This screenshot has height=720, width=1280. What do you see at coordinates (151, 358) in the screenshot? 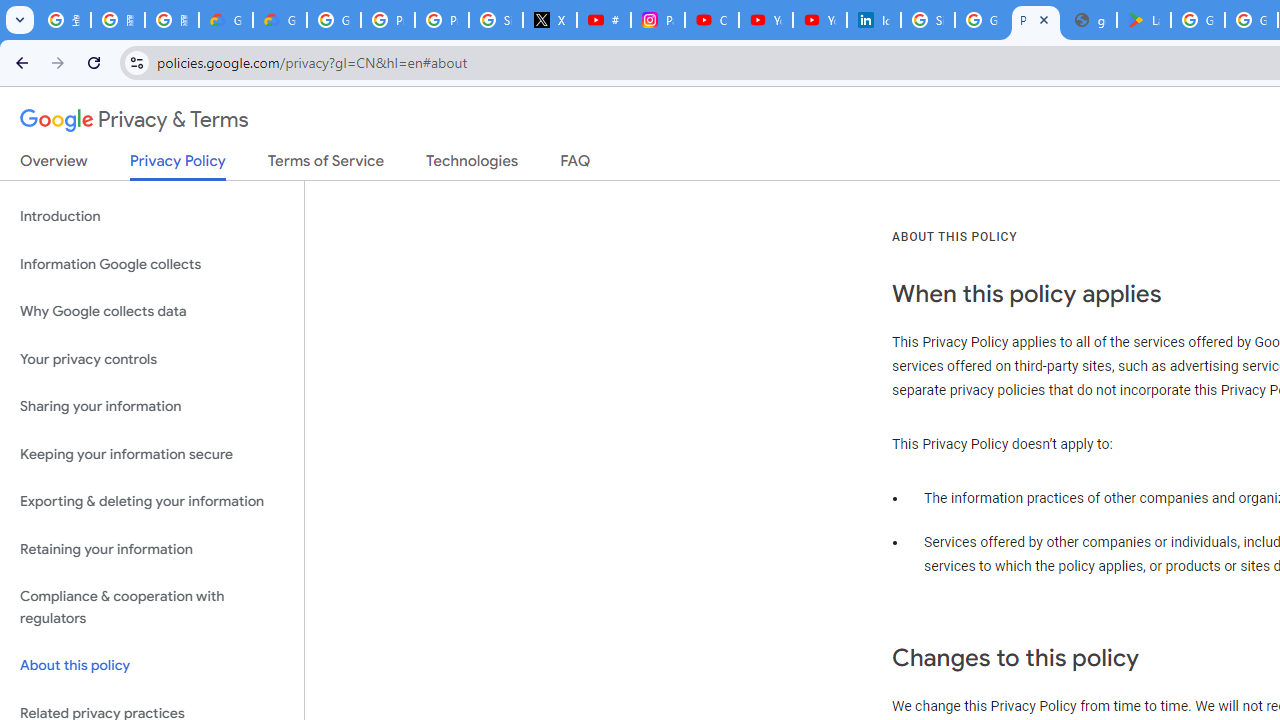
I see `'Your privacy controls'` at bounding box center [151, 358].